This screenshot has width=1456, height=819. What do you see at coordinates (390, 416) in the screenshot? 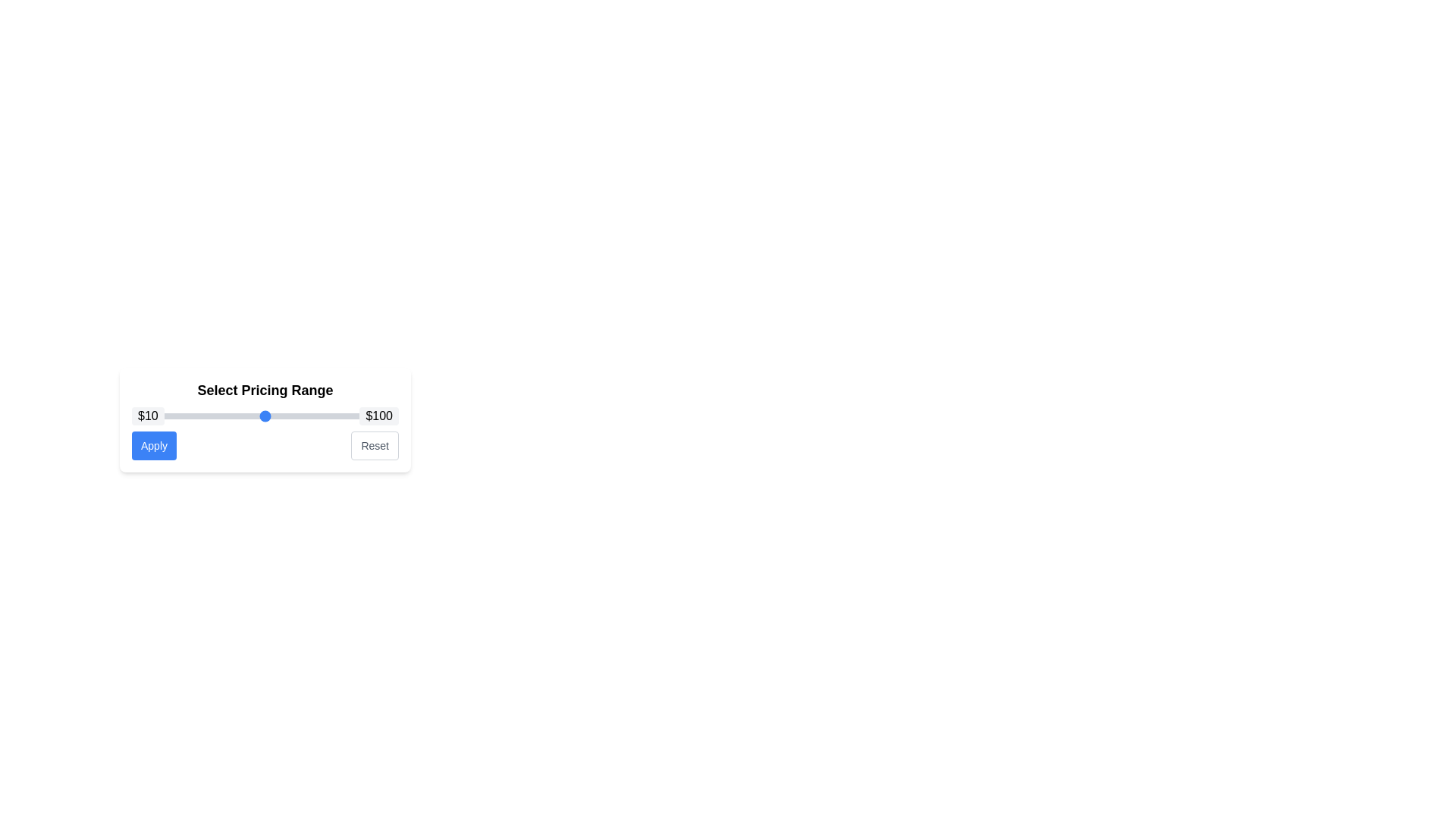
I see `price slider` at bounding box center [390, 416].